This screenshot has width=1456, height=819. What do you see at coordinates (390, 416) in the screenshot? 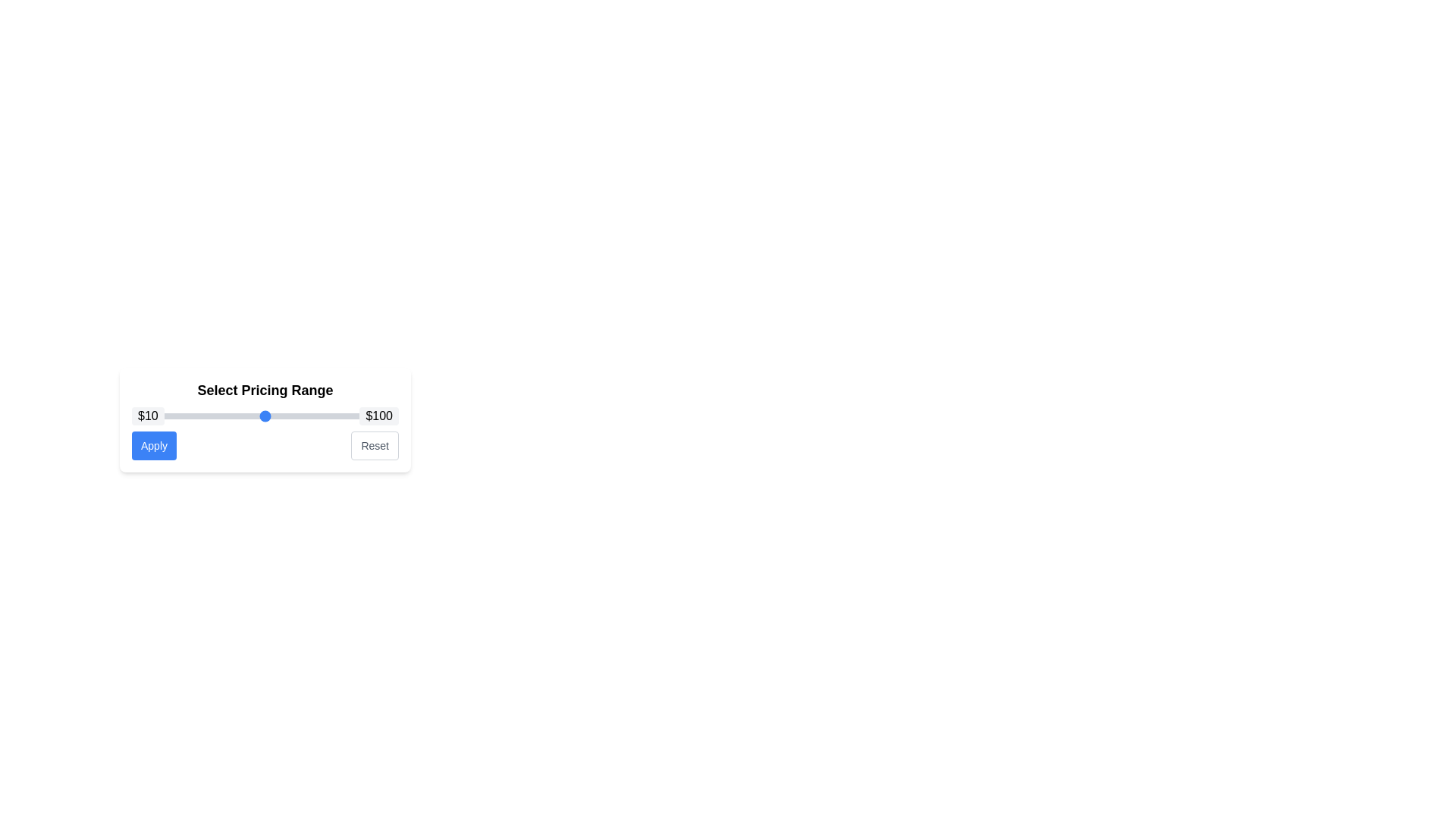
I see `price slider` at bounding box center [390, 416].